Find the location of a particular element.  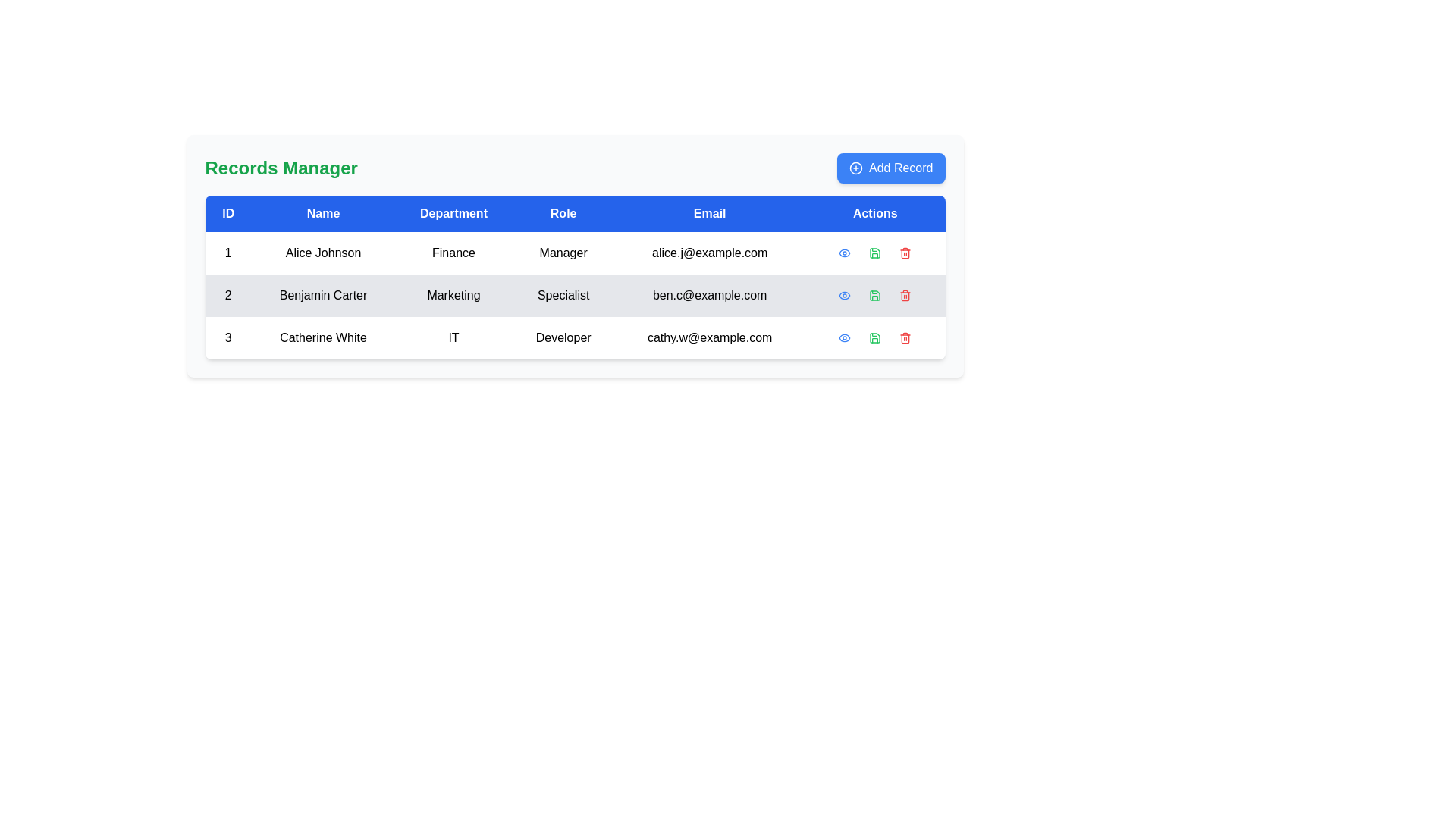

the blue eye icon in the Actions column of the first row in the table is located at coordinates (844, 253).